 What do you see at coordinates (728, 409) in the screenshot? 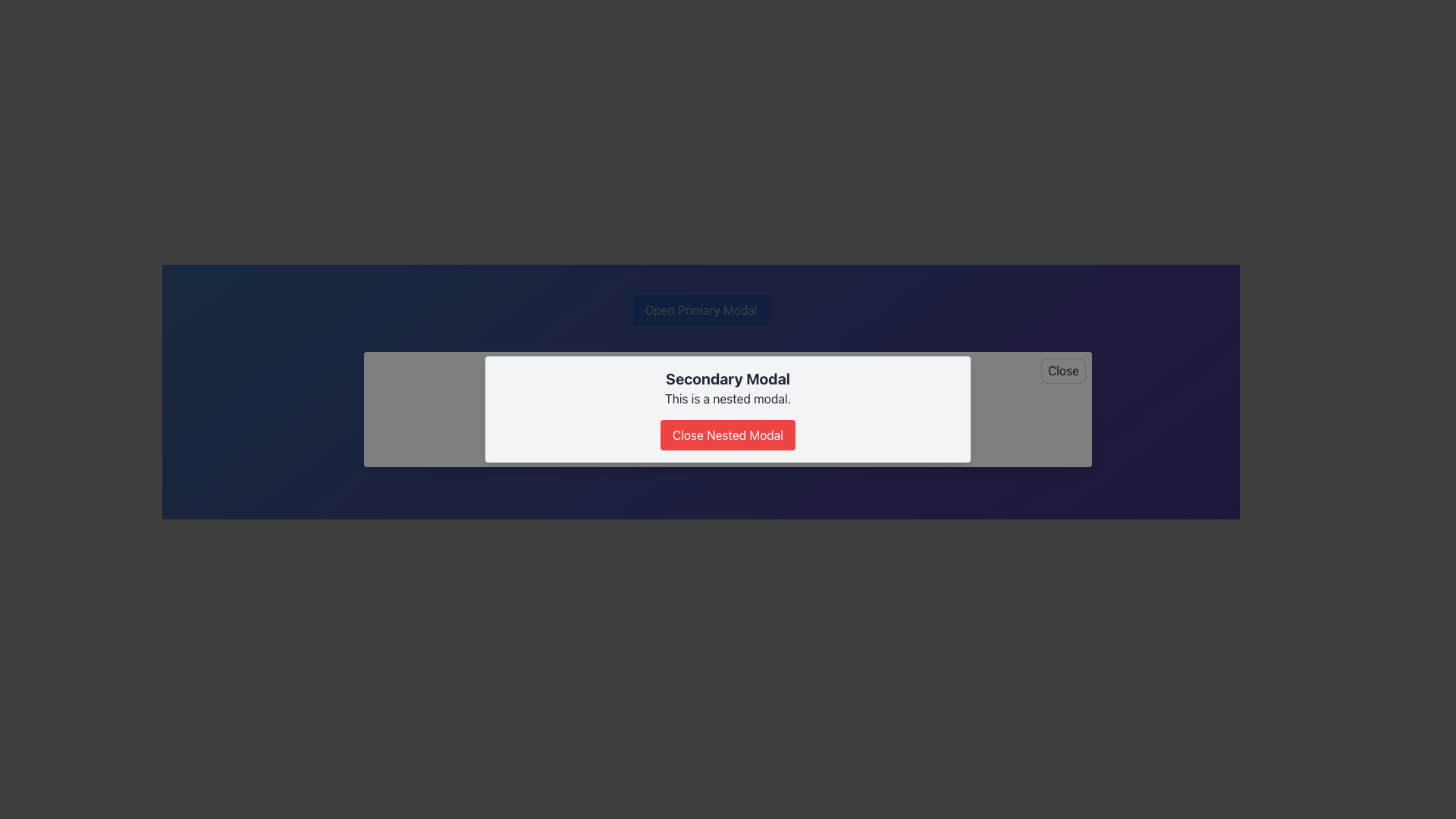
I see `descriptive text 'This is a nested modal.' from the Secondary Modal dialog, which has a white background and a red button labeled 'Close Nested Modal'` at bounding box center [728, 409].